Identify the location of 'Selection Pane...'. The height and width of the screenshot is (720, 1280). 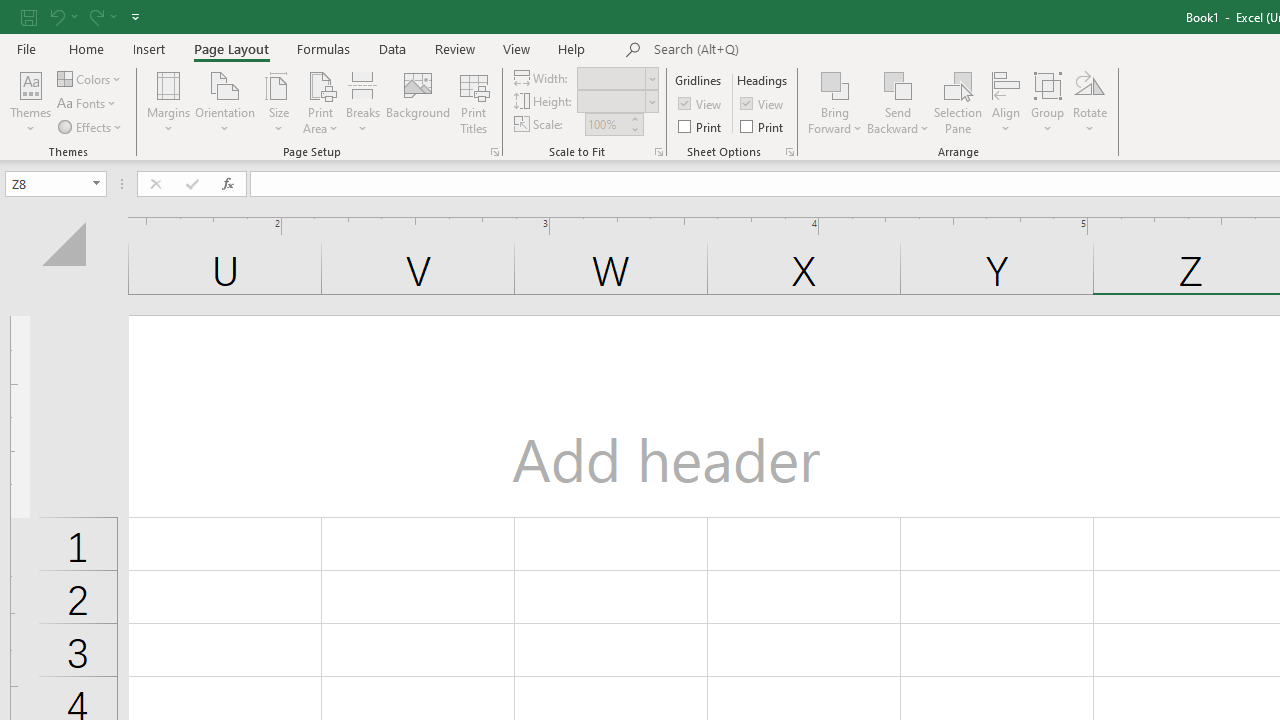
(957, 103).